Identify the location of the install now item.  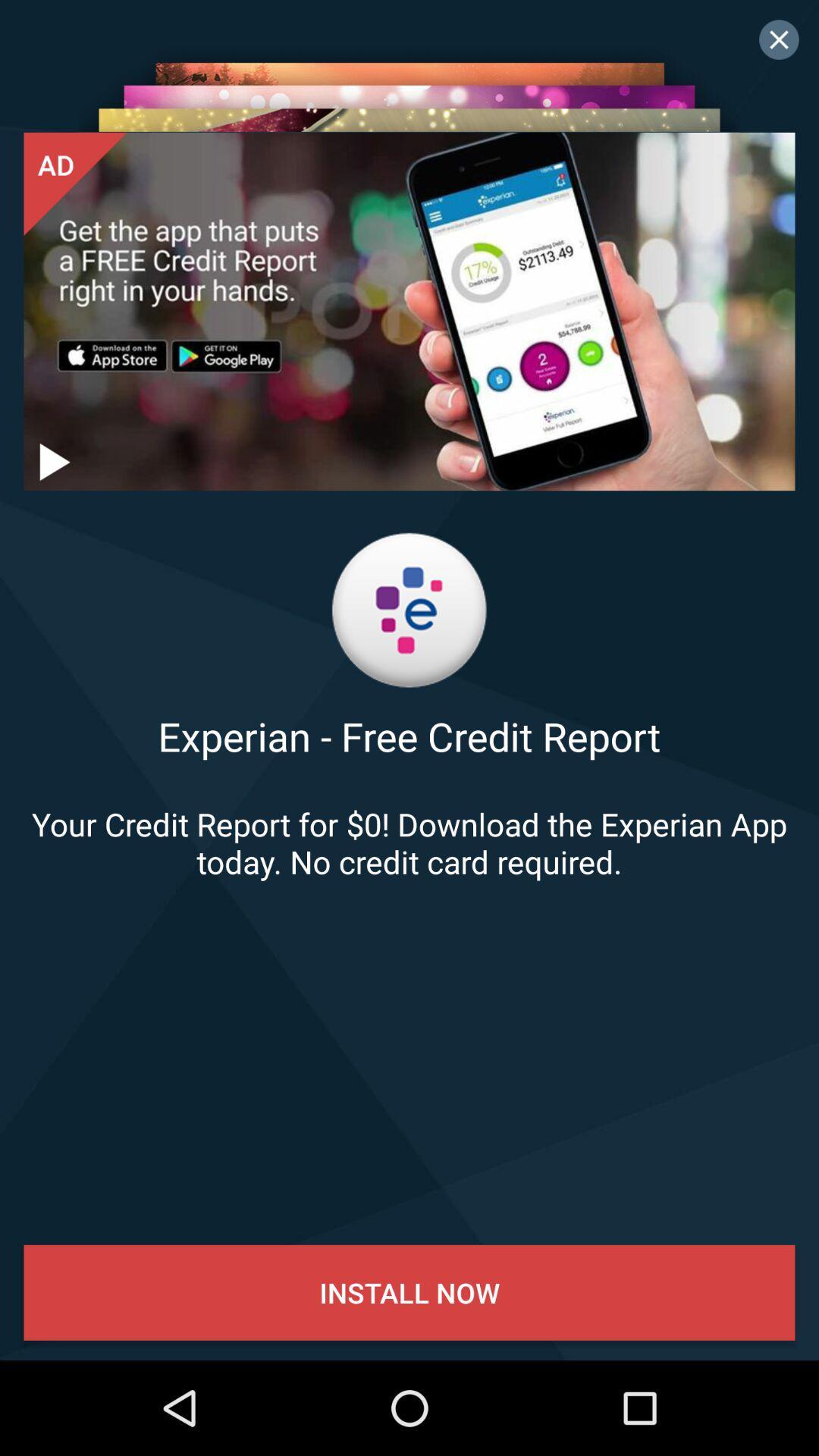
(409, 1291).